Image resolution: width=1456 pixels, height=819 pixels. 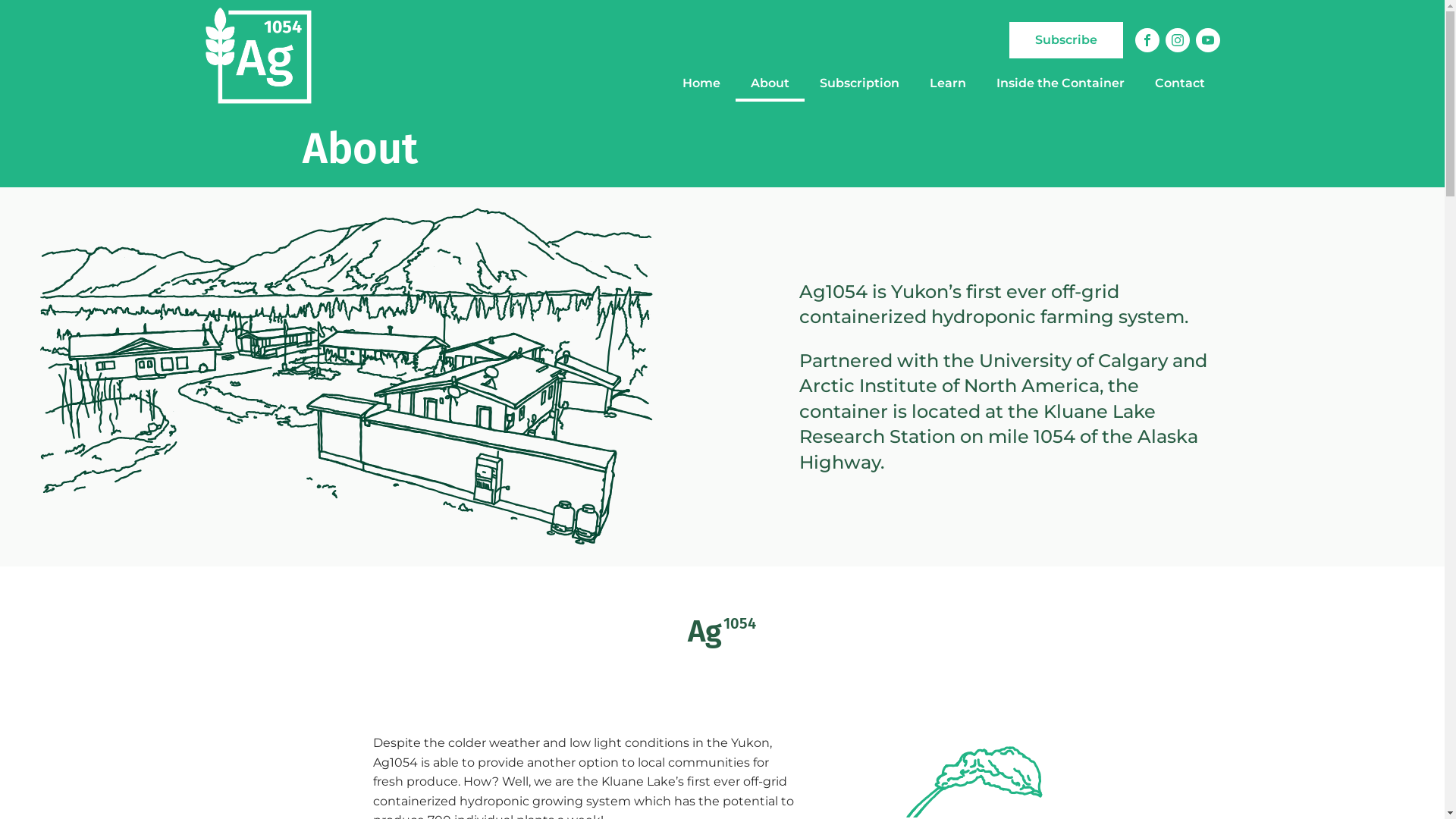 What do you see at coordinates (1059, 83) in the screenshot?
I see `'Inside the Container'` at bounding box center [1059, 83].